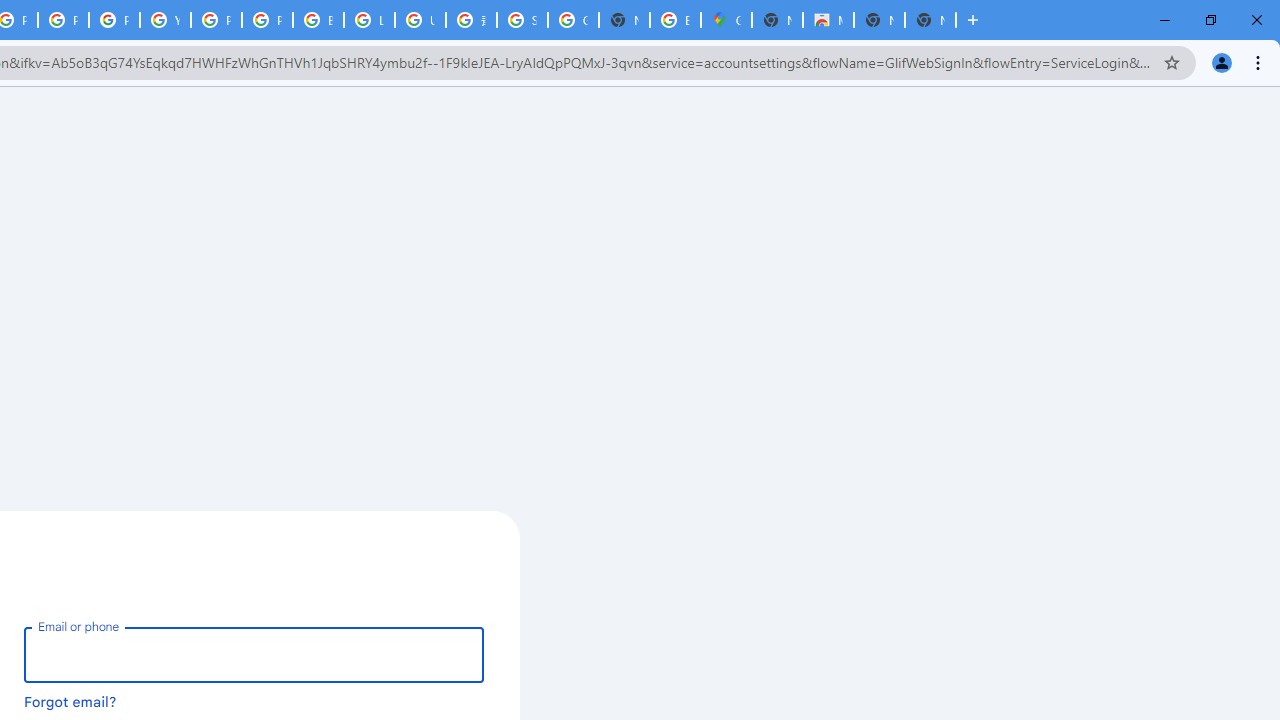 Image resolution: width=1280 pixels, height=720 pixels. Describe the element at coordinates (70, 700) in the screenshot. I see `'Forgot email?'` at that location.